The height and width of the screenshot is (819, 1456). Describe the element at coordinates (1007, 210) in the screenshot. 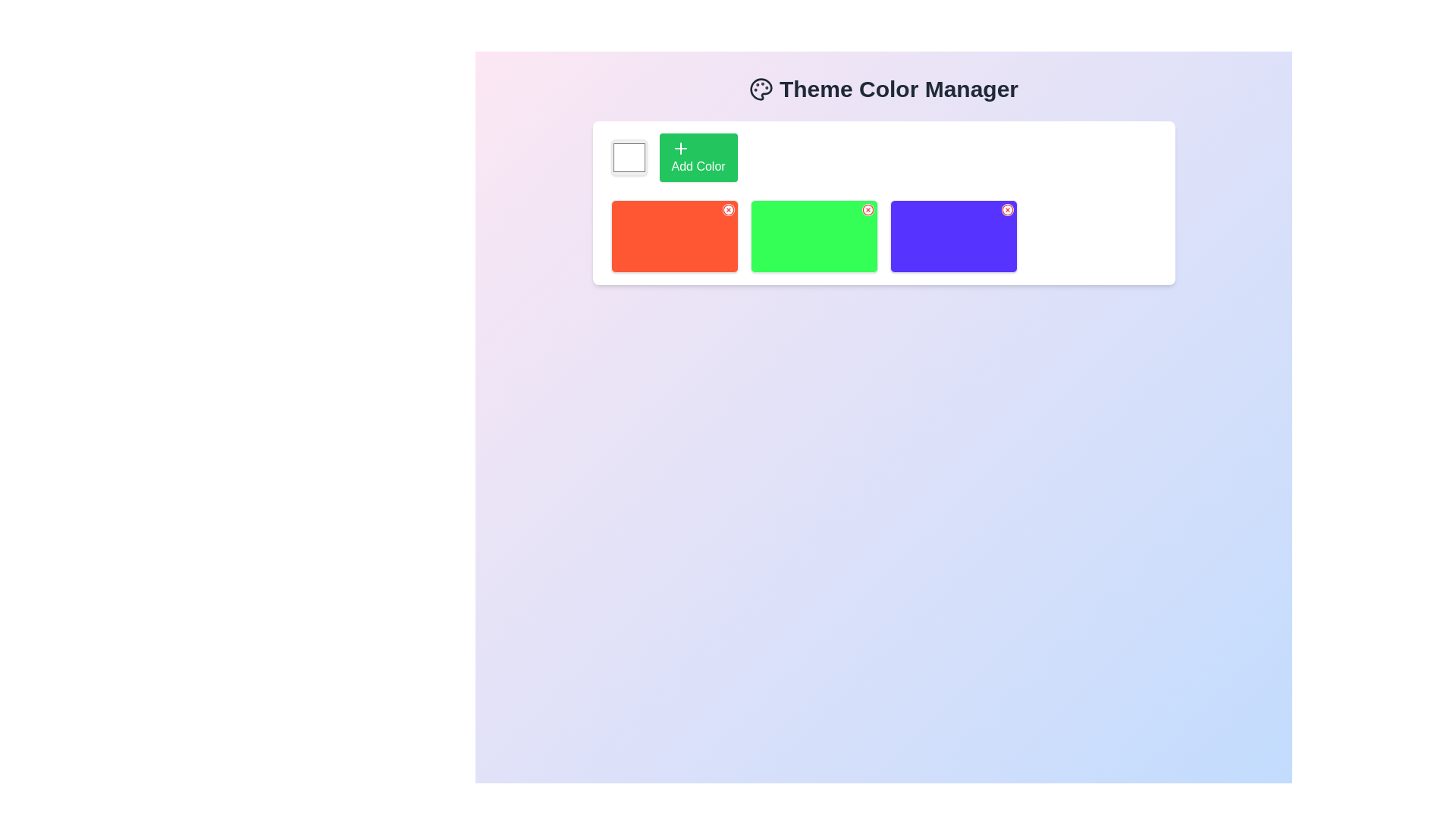

I see `the close button located in the upper-right corner of the purple block` at that location.